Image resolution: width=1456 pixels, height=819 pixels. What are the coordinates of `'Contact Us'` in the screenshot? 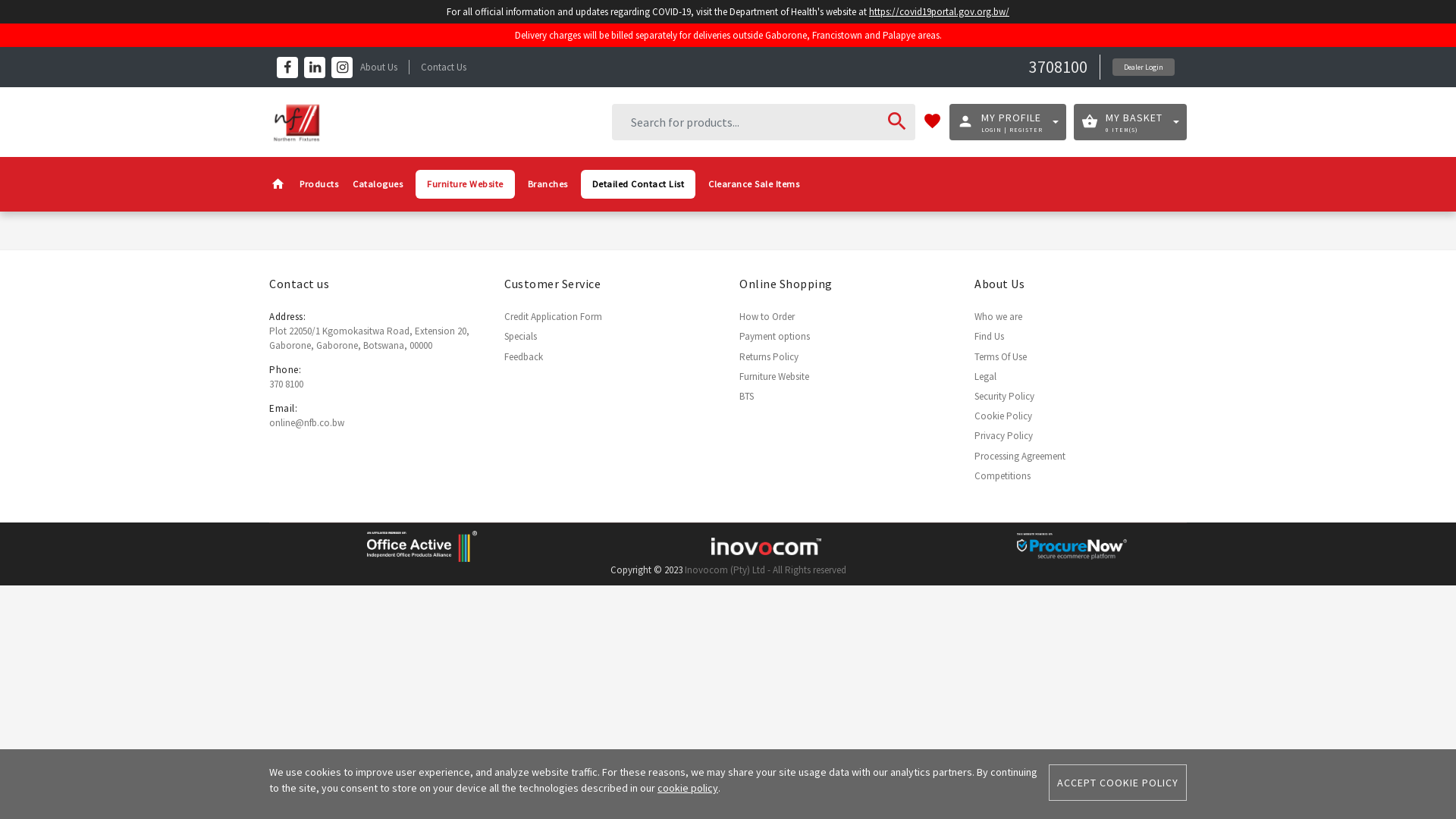 It's located at (443, 66).